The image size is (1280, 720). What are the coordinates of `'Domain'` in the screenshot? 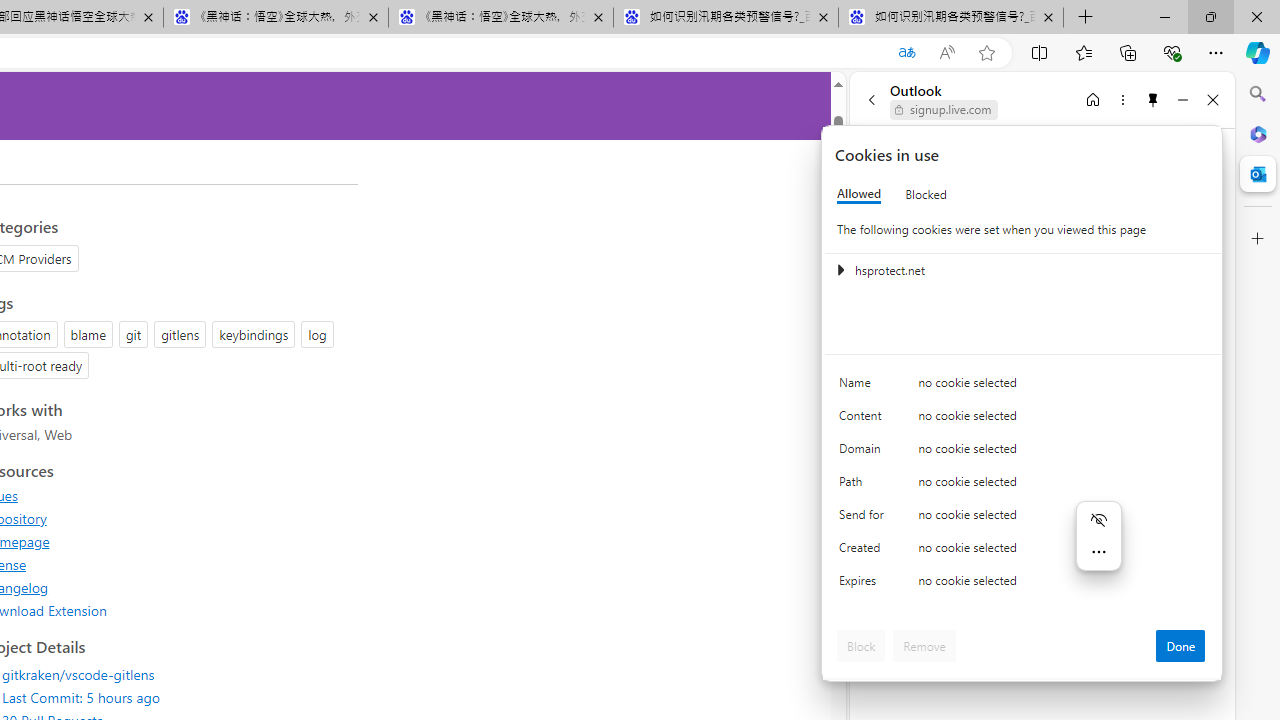 It's located at (865, 453).